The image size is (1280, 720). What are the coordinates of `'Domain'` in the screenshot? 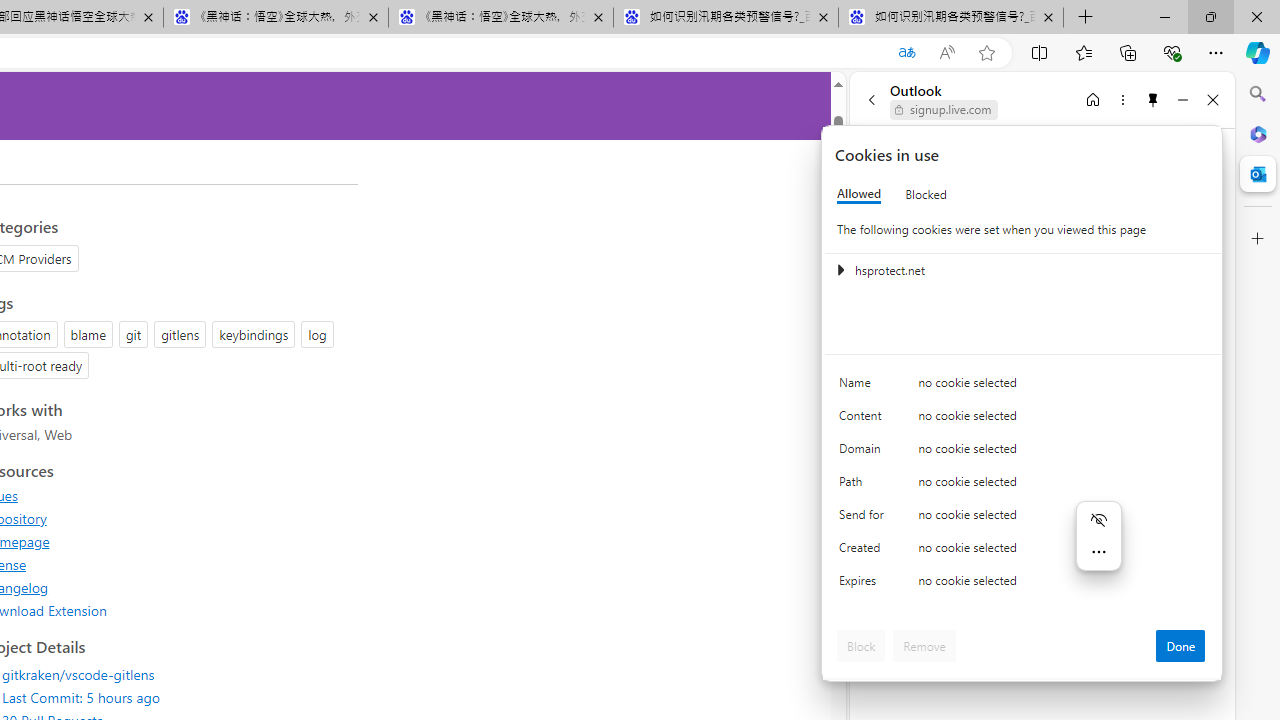 It's located at (865, 453).